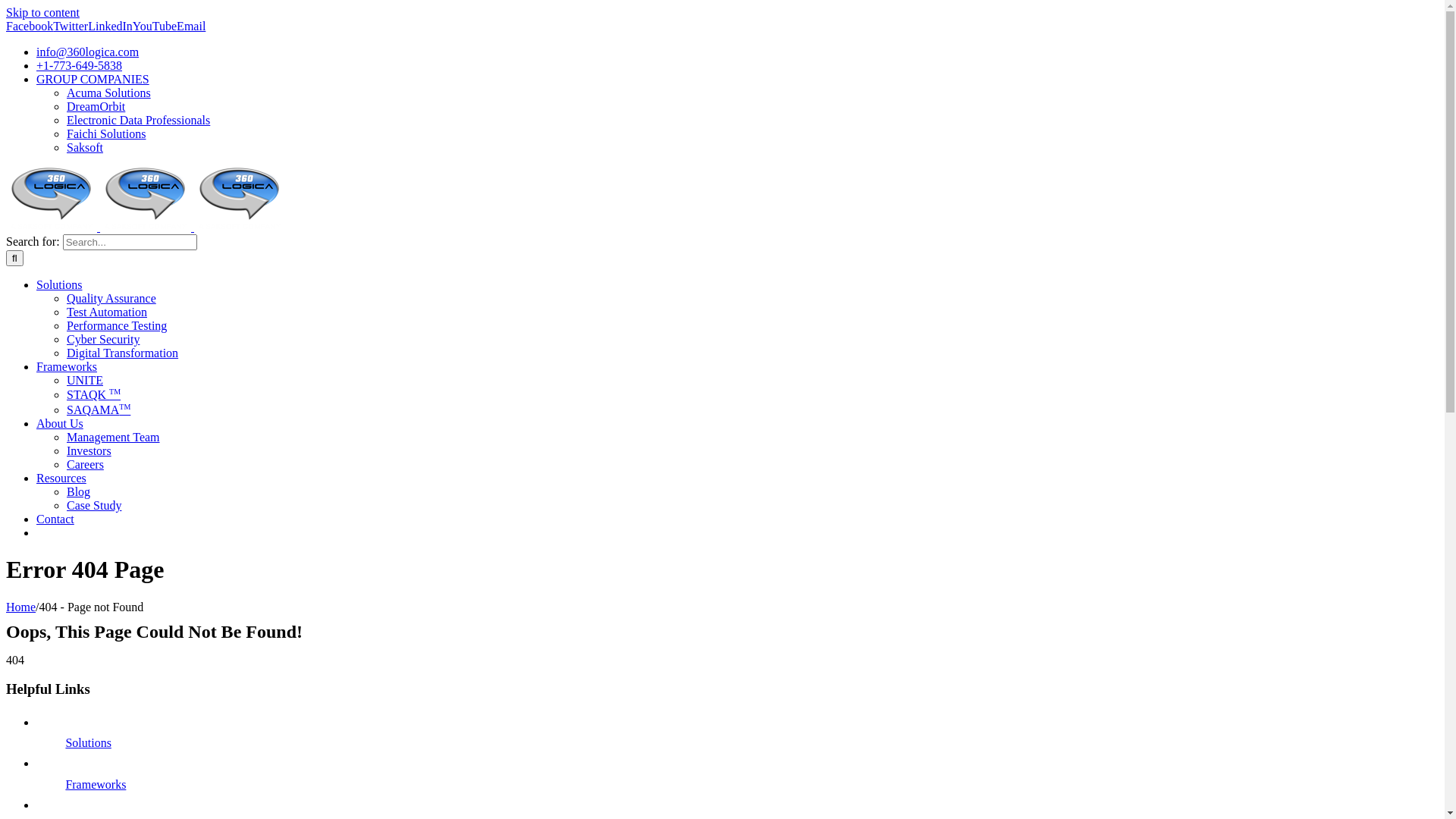 Image resolution: width=1456 pixels, height=819 pixels. I want to click on 'Twitter', so click(69, 26).